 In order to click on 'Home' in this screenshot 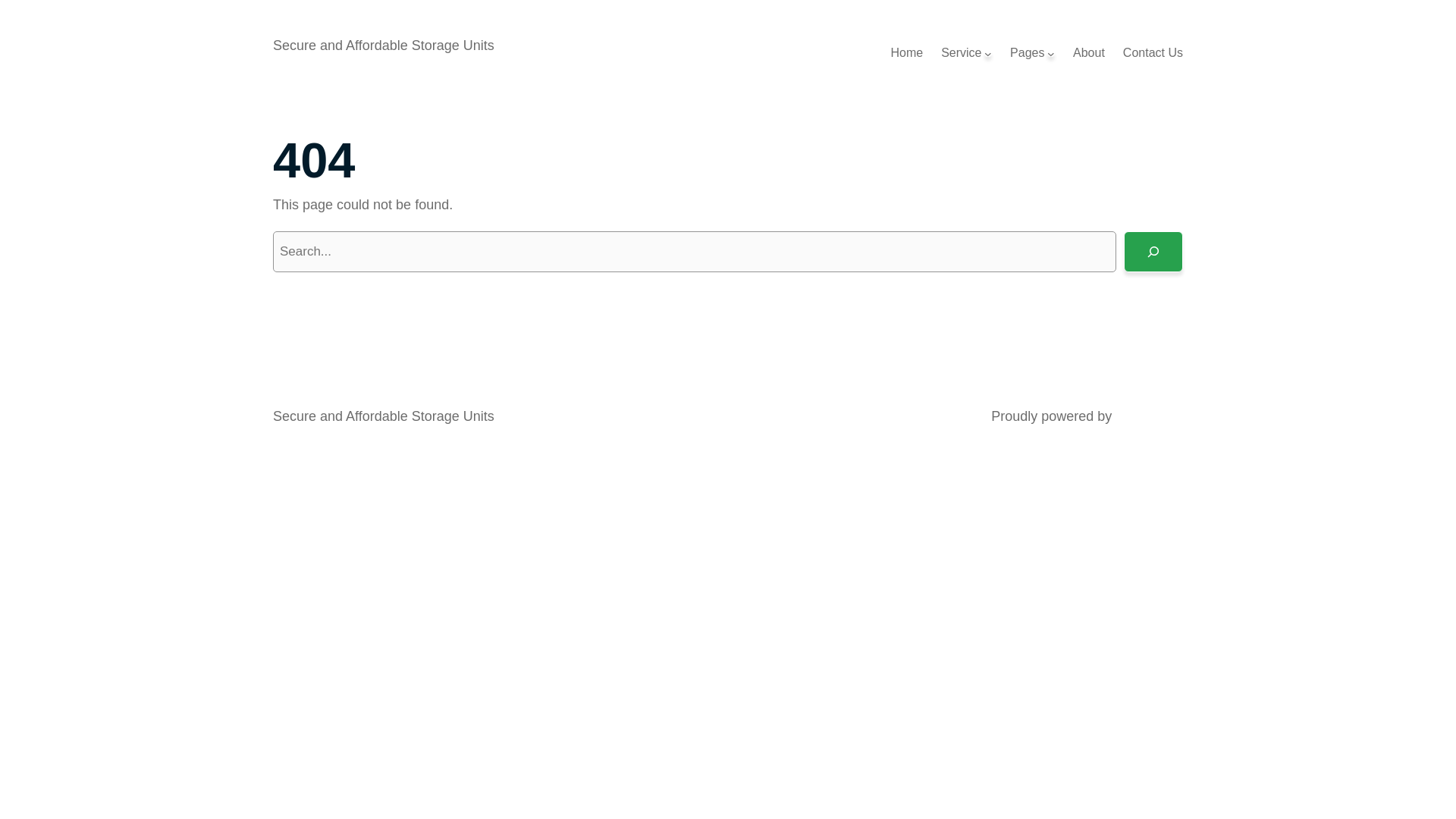, I will do `click(906, 52)`.